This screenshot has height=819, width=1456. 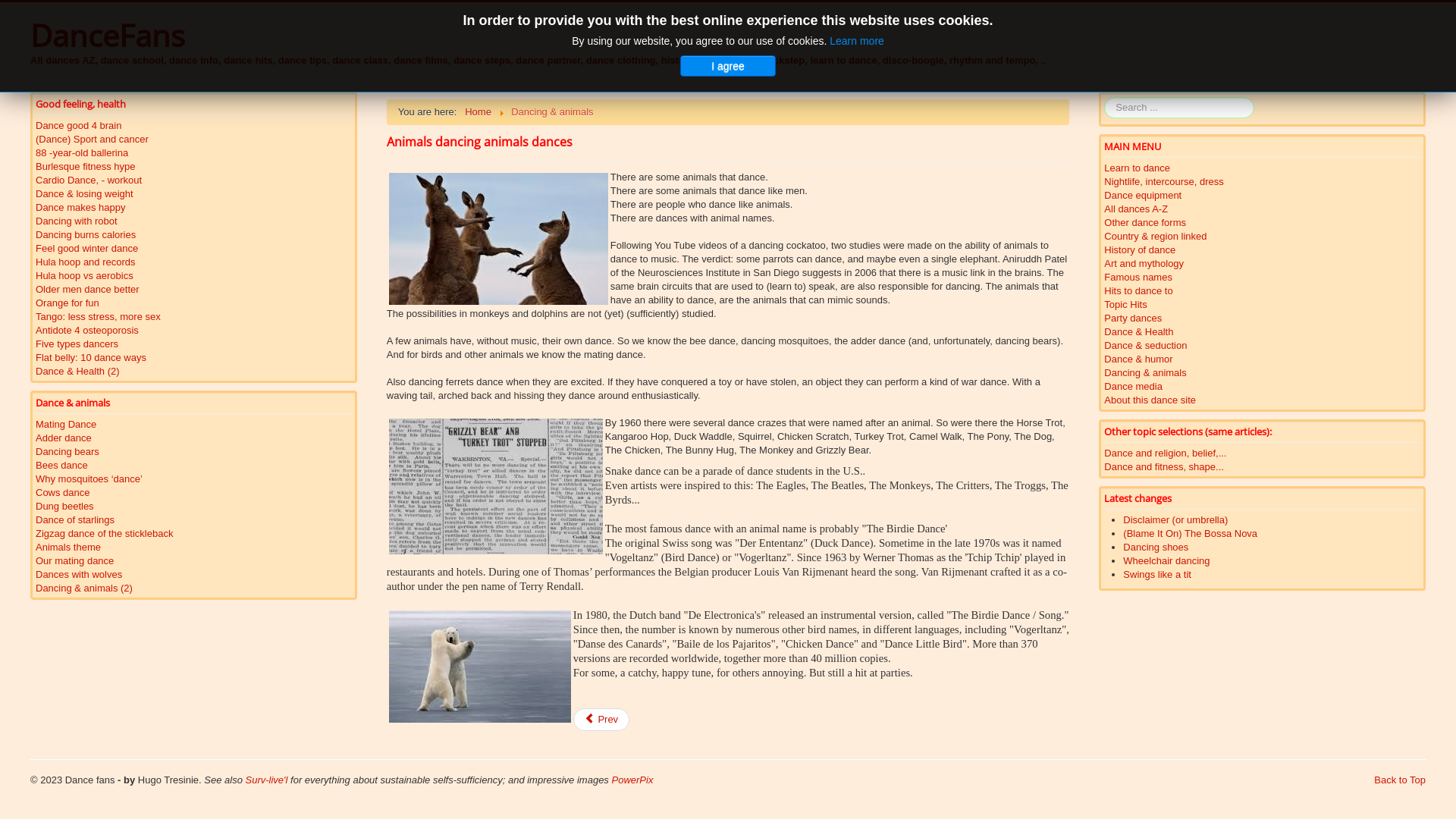 What do you see at coordinates (477, 111) in the screenshot?
I see `'Home'` at bounding box center [477, 111].